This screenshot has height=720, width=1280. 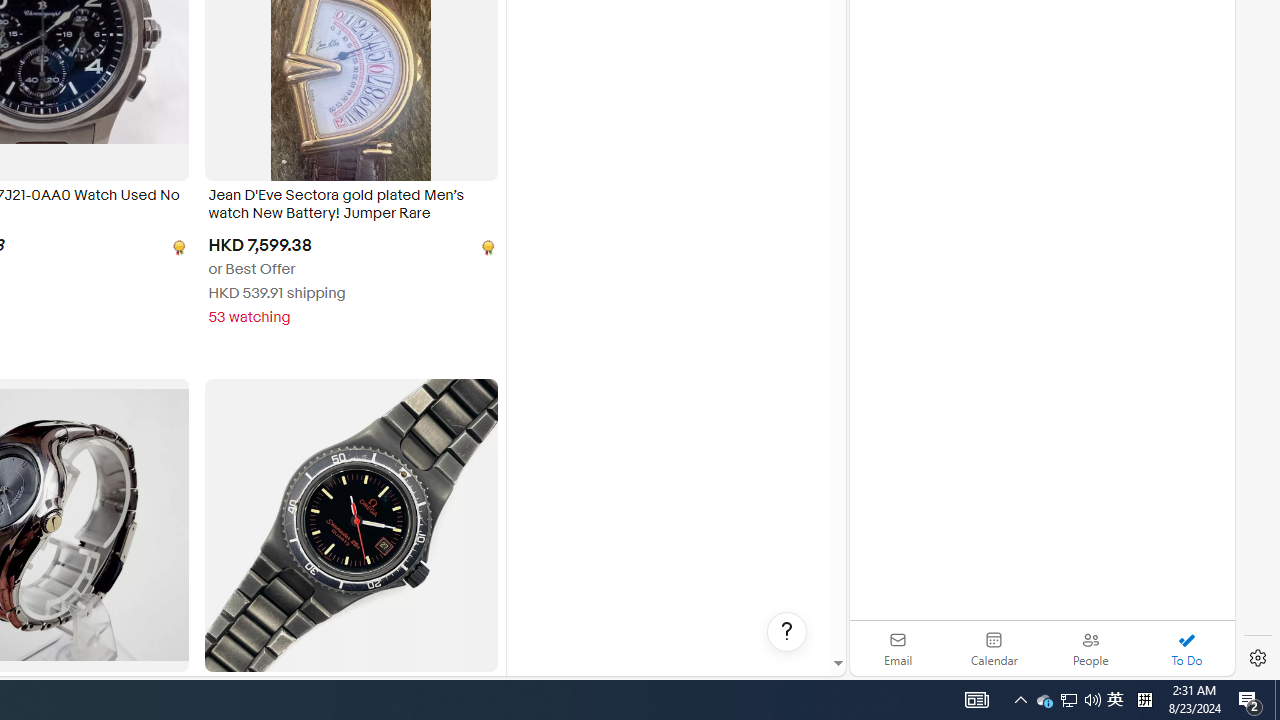 What do you see at coordinates (897, 648) in the screenshot?
I see `'Email'` at bounding box center [897, 648].